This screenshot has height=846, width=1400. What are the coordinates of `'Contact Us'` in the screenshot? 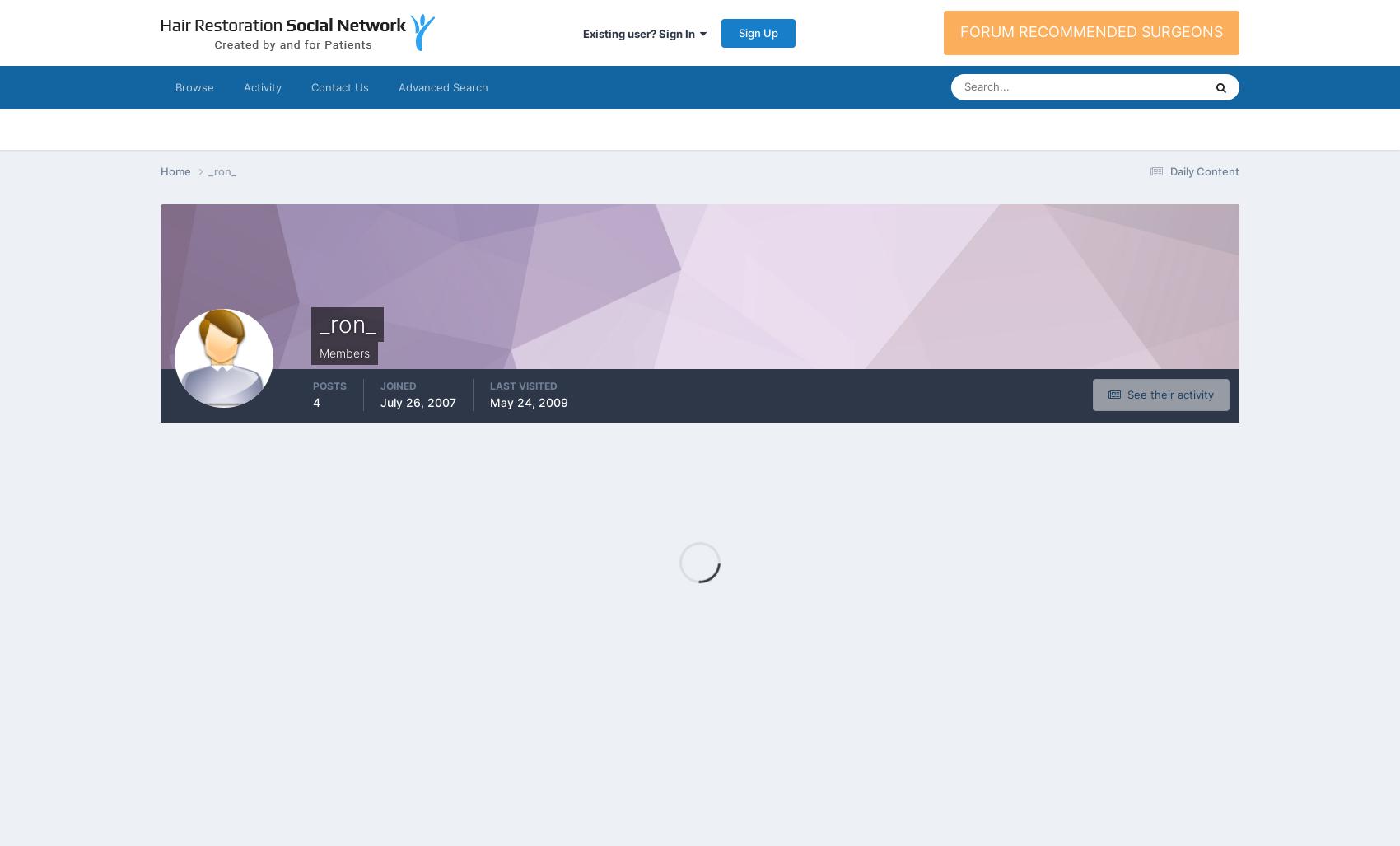 It's located at (310, 86).